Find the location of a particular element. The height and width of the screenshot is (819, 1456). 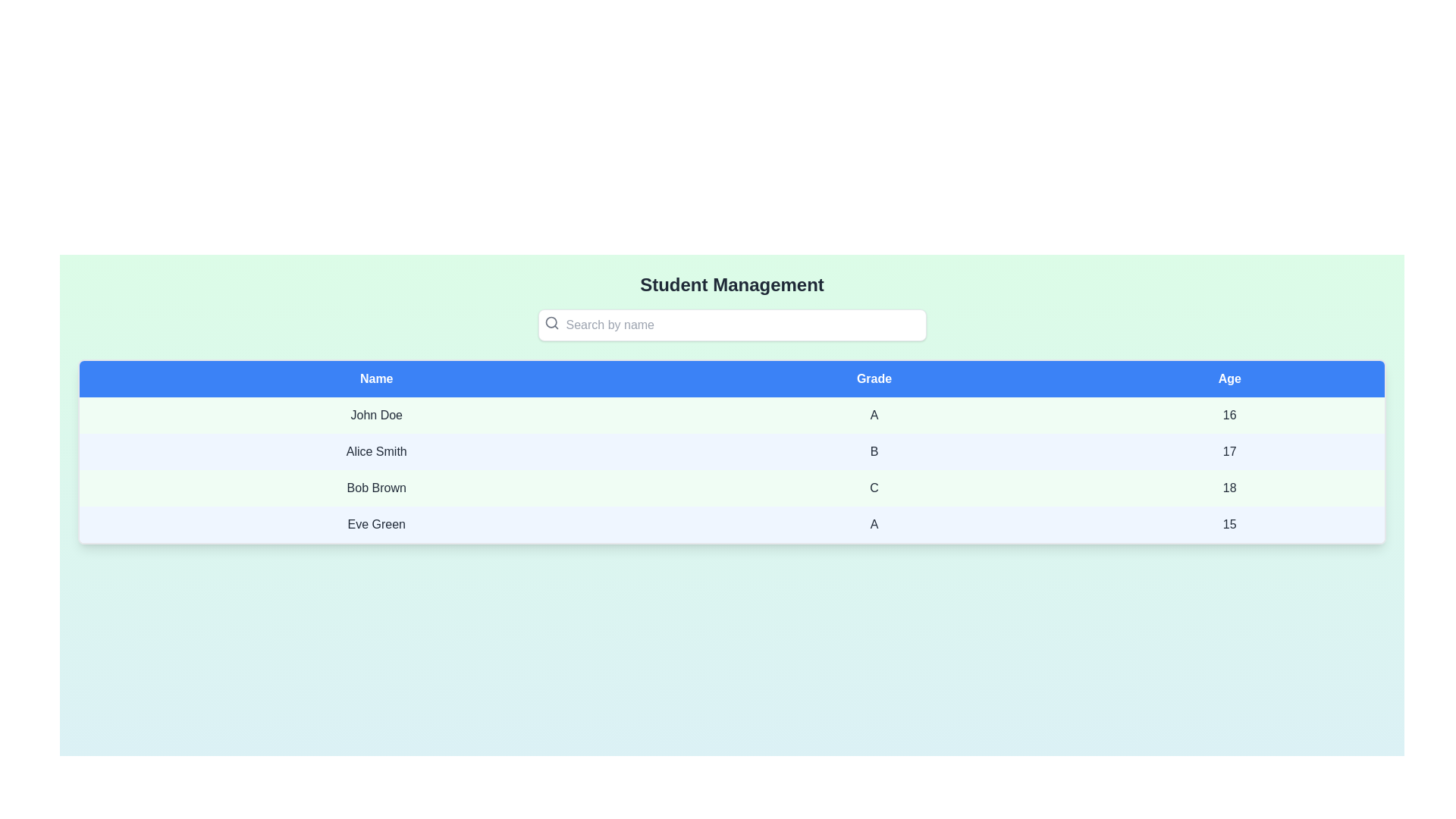

the Table Header Cell for the 'Age' column, which is the third column header in the table is located at coordinates (1229, 378).